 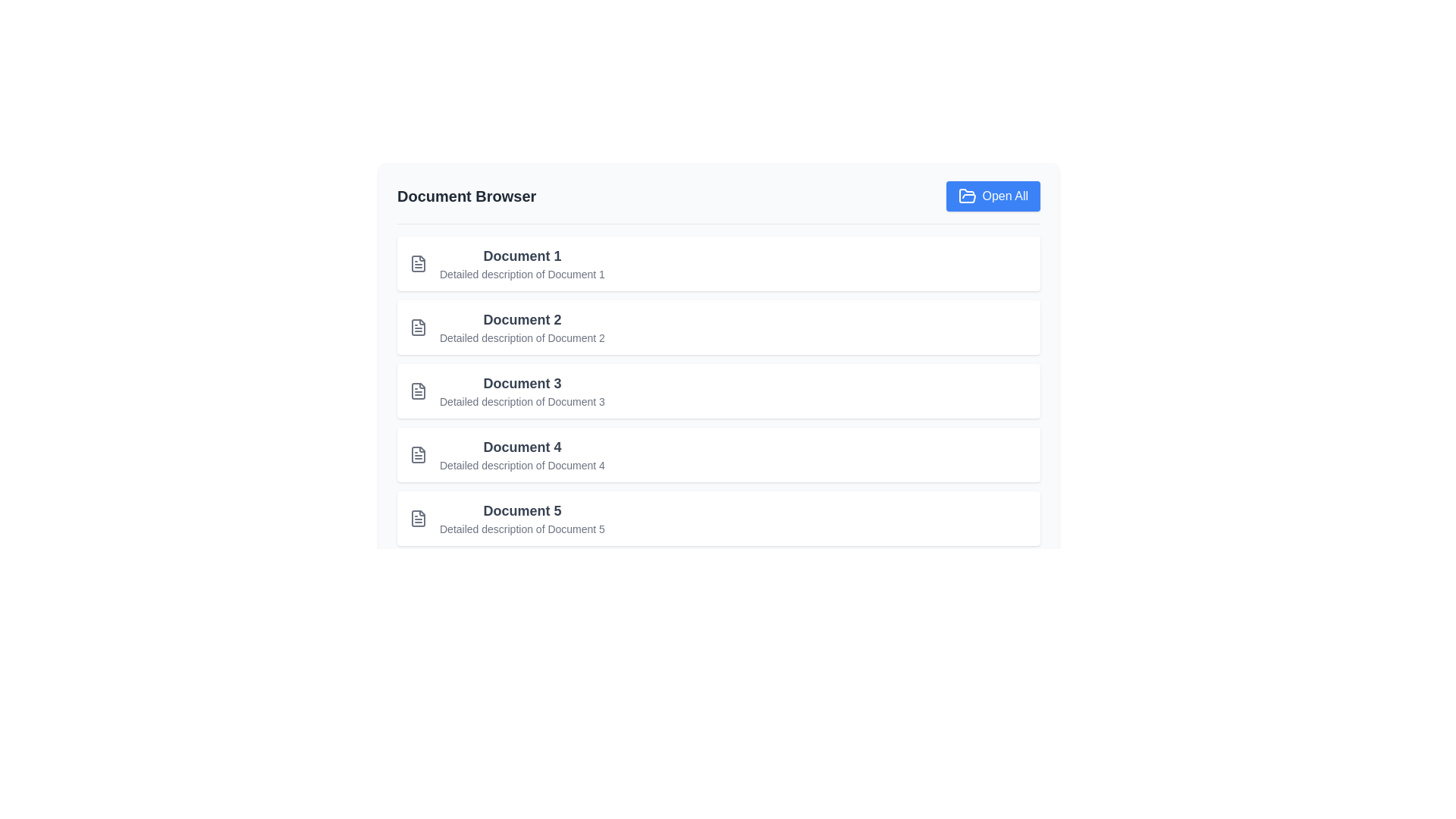 I want to click on the fourth List item card labeled 'Document 4' in the 'Document Browser' section, so click(x=718, y=454).